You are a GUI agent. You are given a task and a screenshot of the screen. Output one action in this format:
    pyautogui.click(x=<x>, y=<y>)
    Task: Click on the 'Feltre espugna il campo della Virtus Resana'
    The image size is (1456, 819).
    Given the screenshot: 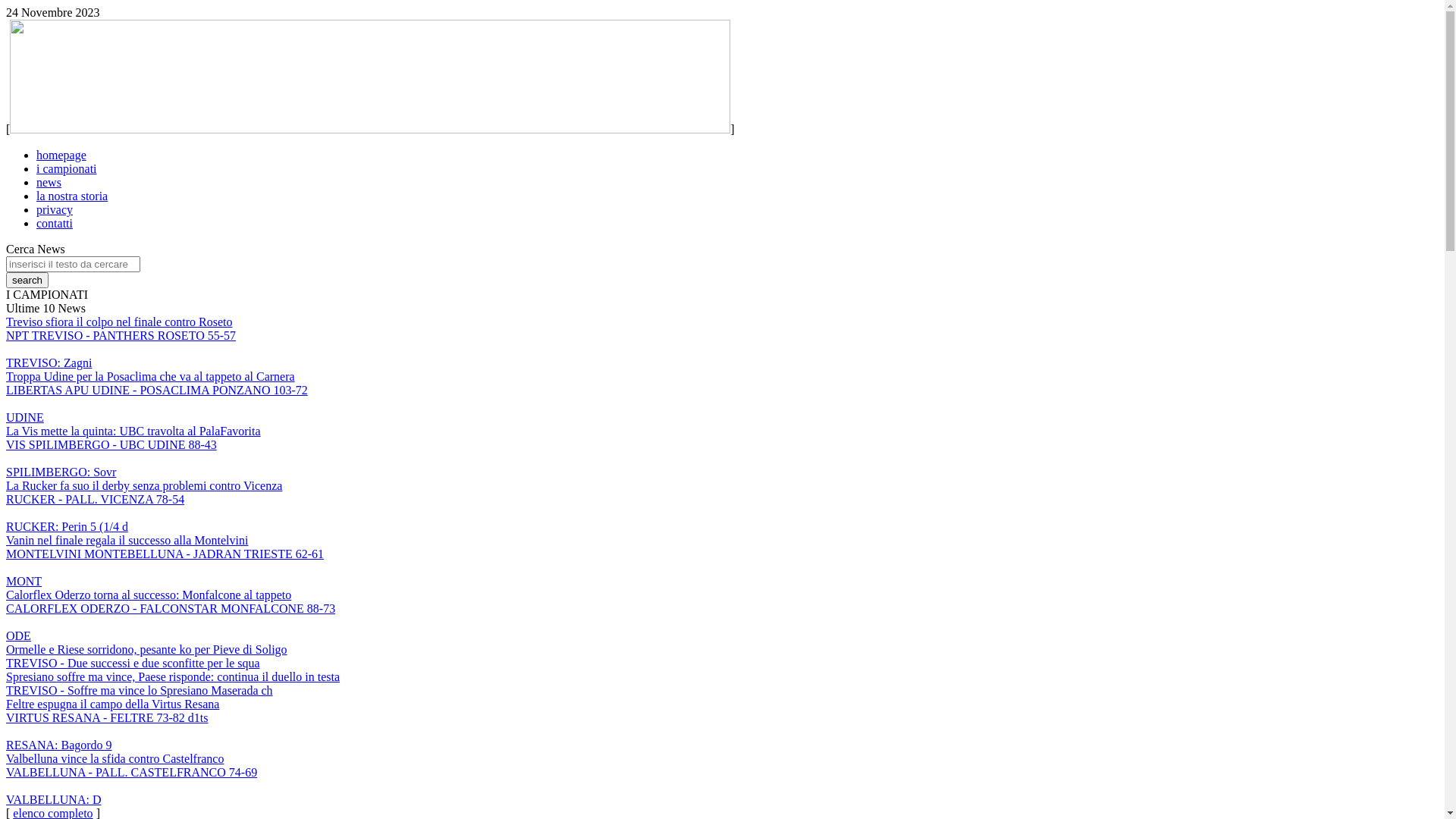 What is the action you would take?
    pyautogui.click(x=111, y=704)
    